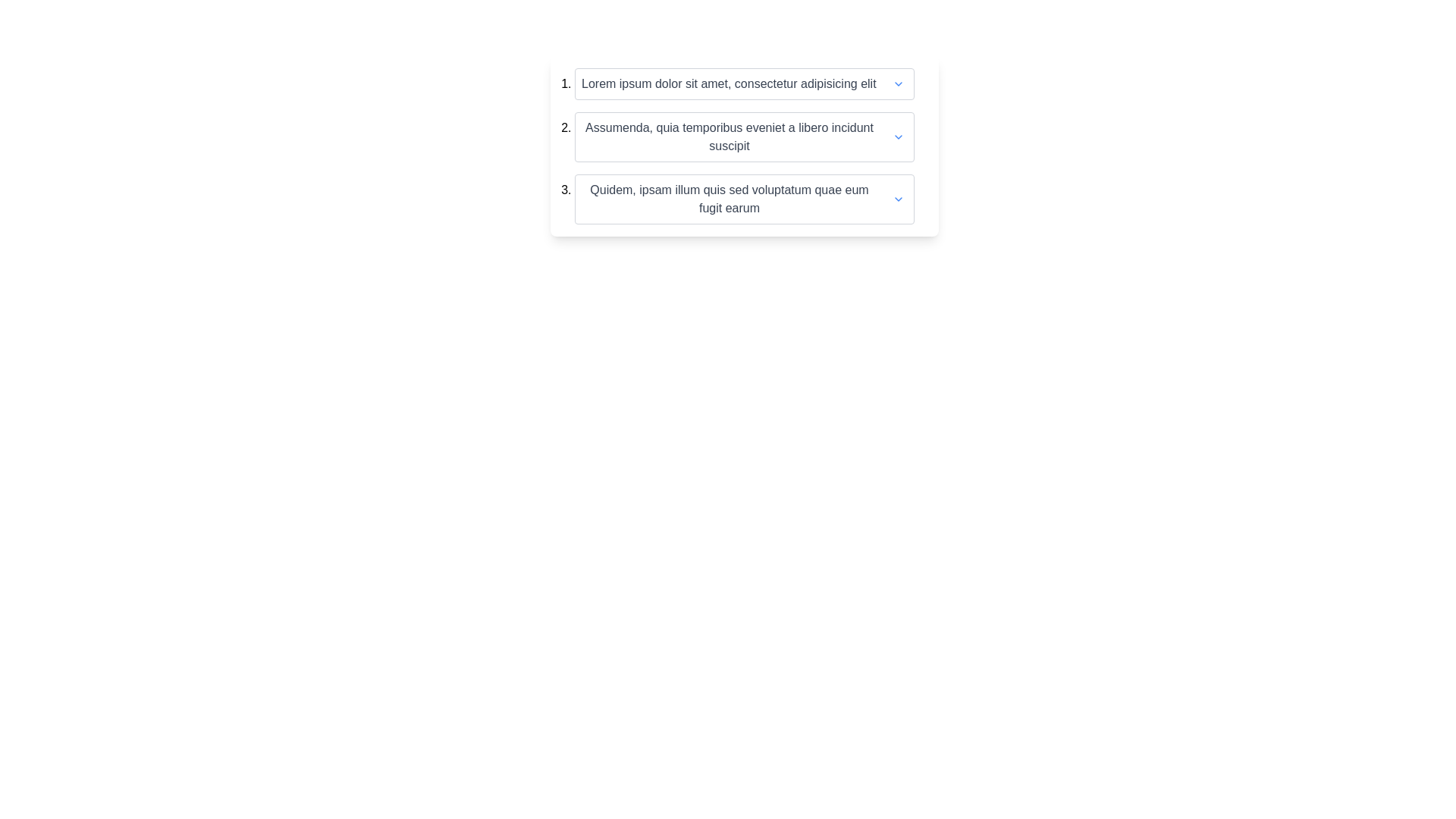 The image size is (1456, 819). Describe the element at coordinates (899, 198) in the screenshot. I see `the button located to the far right of the text 'Quidem, ipsam illum quis sed voluptatum quae eum fugit earum,' which is used` at that location.